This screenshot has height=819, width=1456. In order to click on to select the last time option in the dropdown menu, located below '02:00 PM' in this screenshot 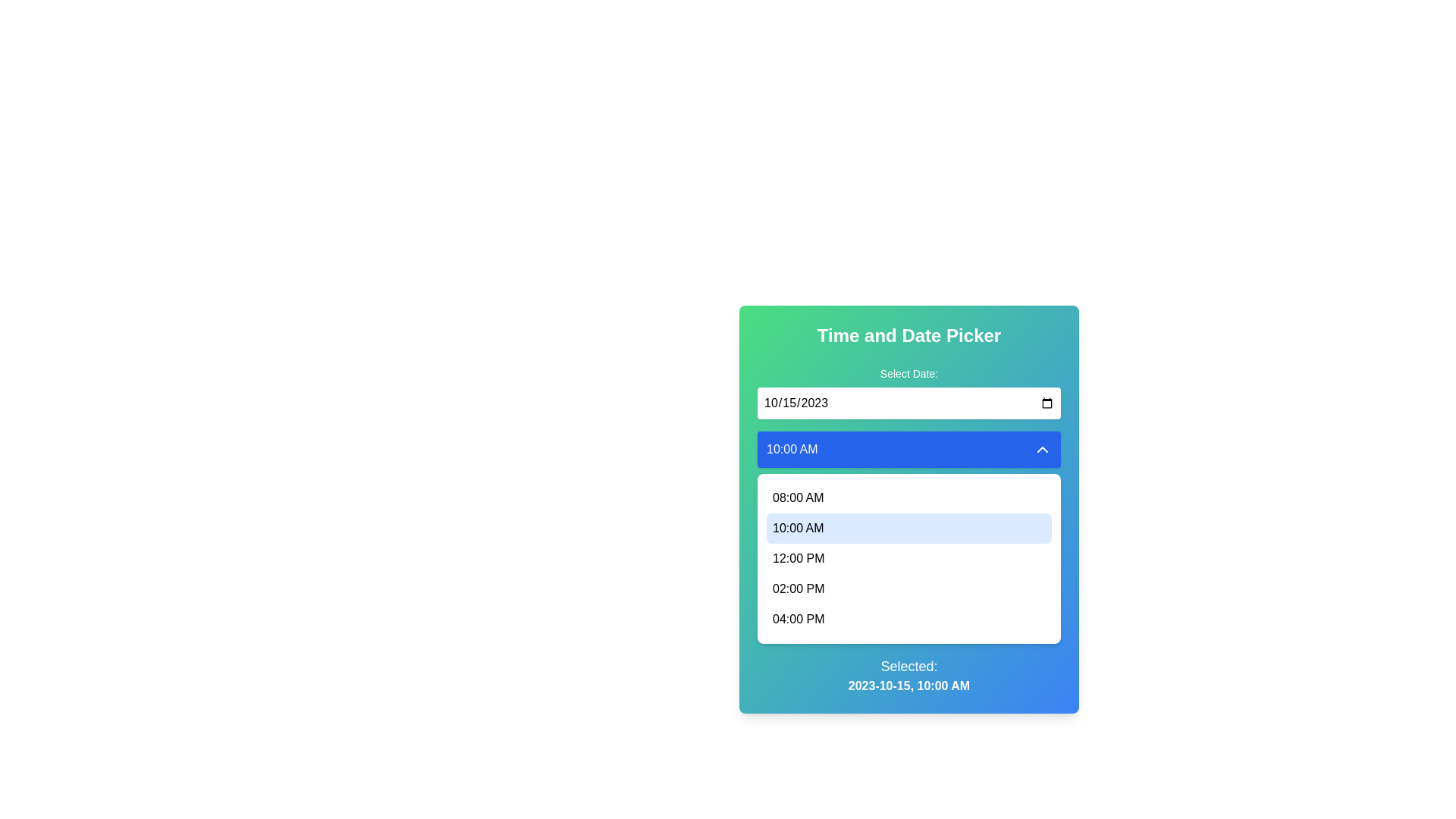, I will do `click(909, 620)`.